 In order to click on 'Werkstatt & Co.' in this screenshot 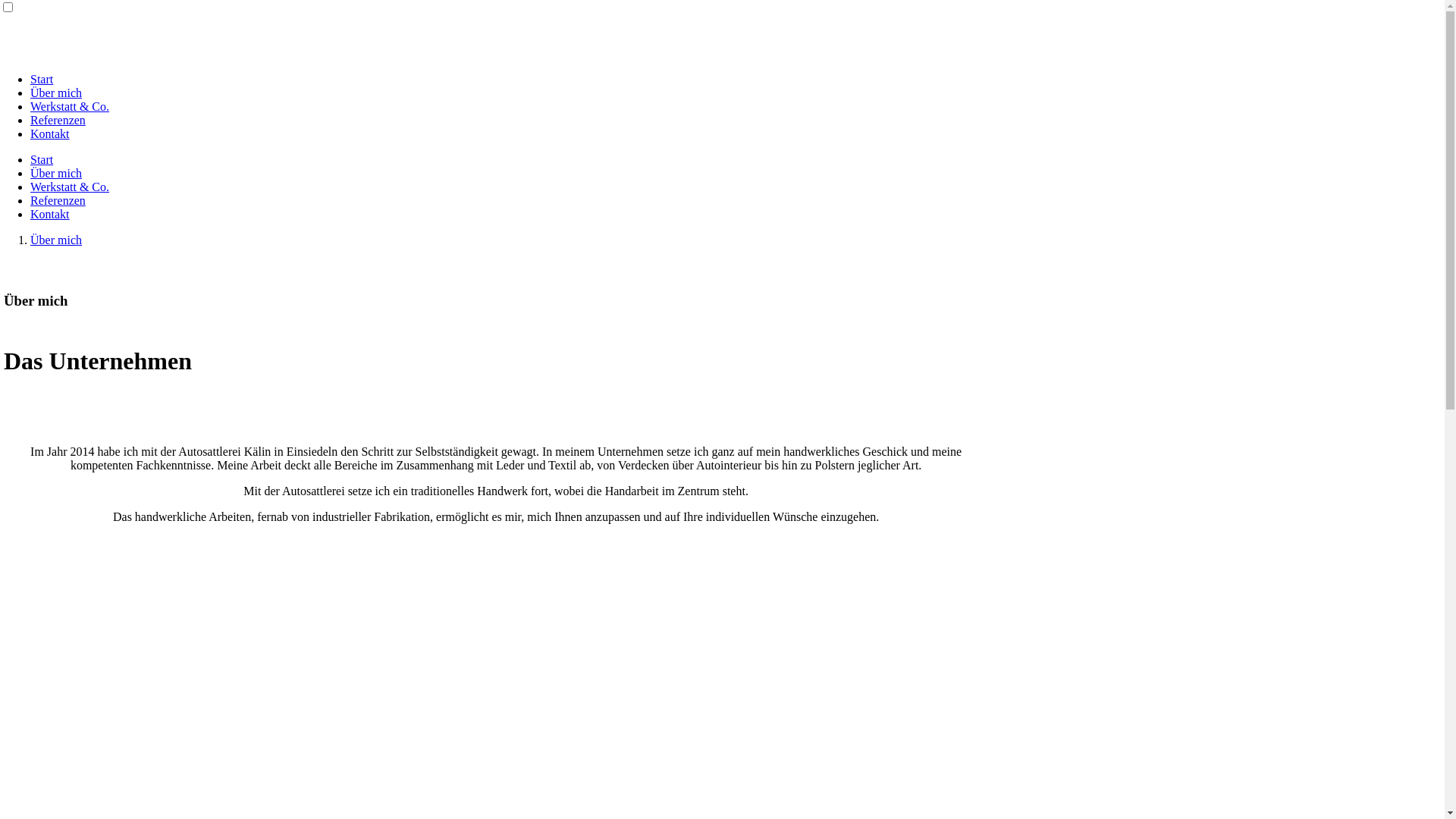, I will do `click(68, 105)`.